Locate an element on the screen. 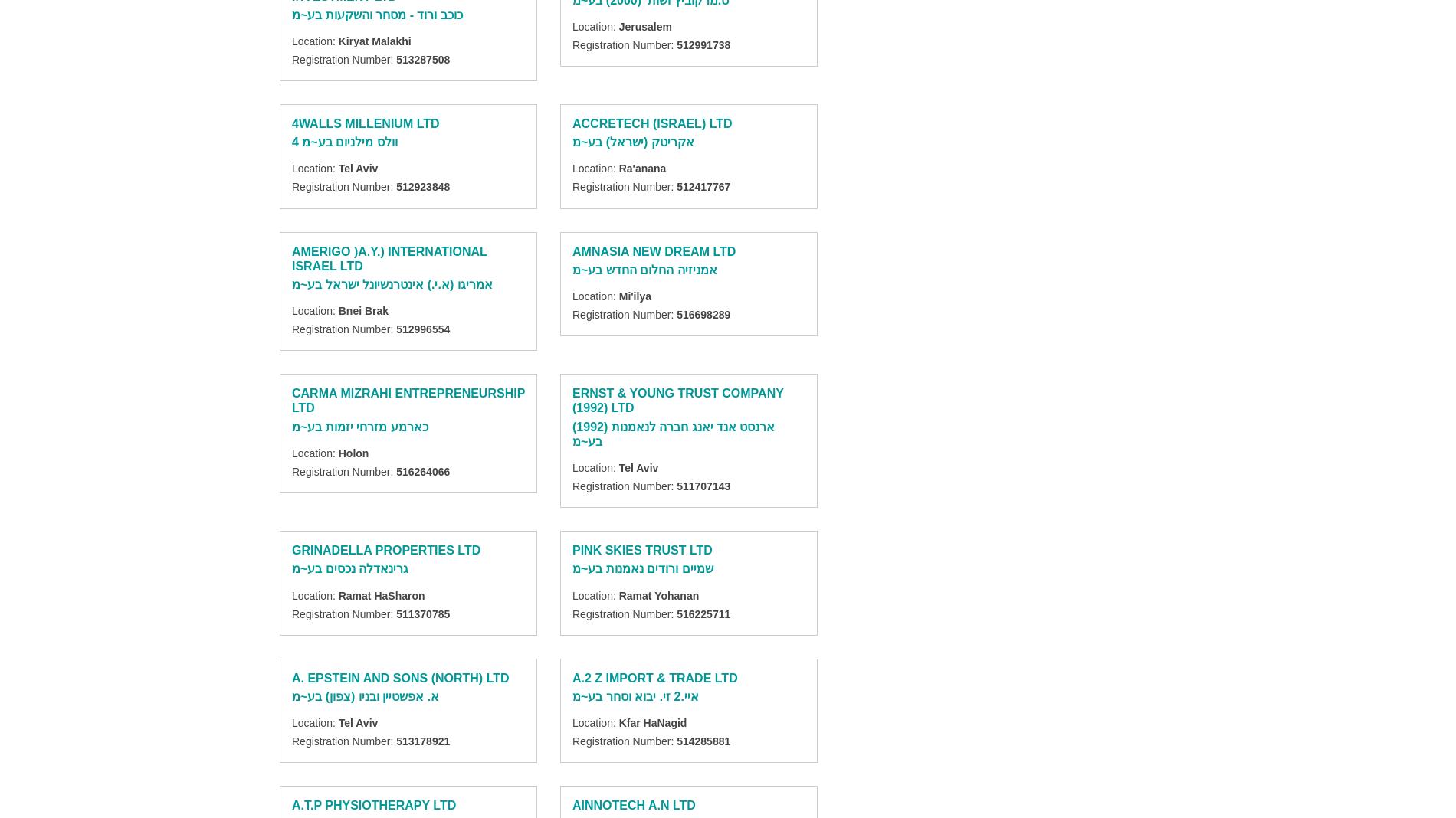  'כוכב ורוד - מסחר והשקעות בע~מ' is located at coordinates (290, 13).